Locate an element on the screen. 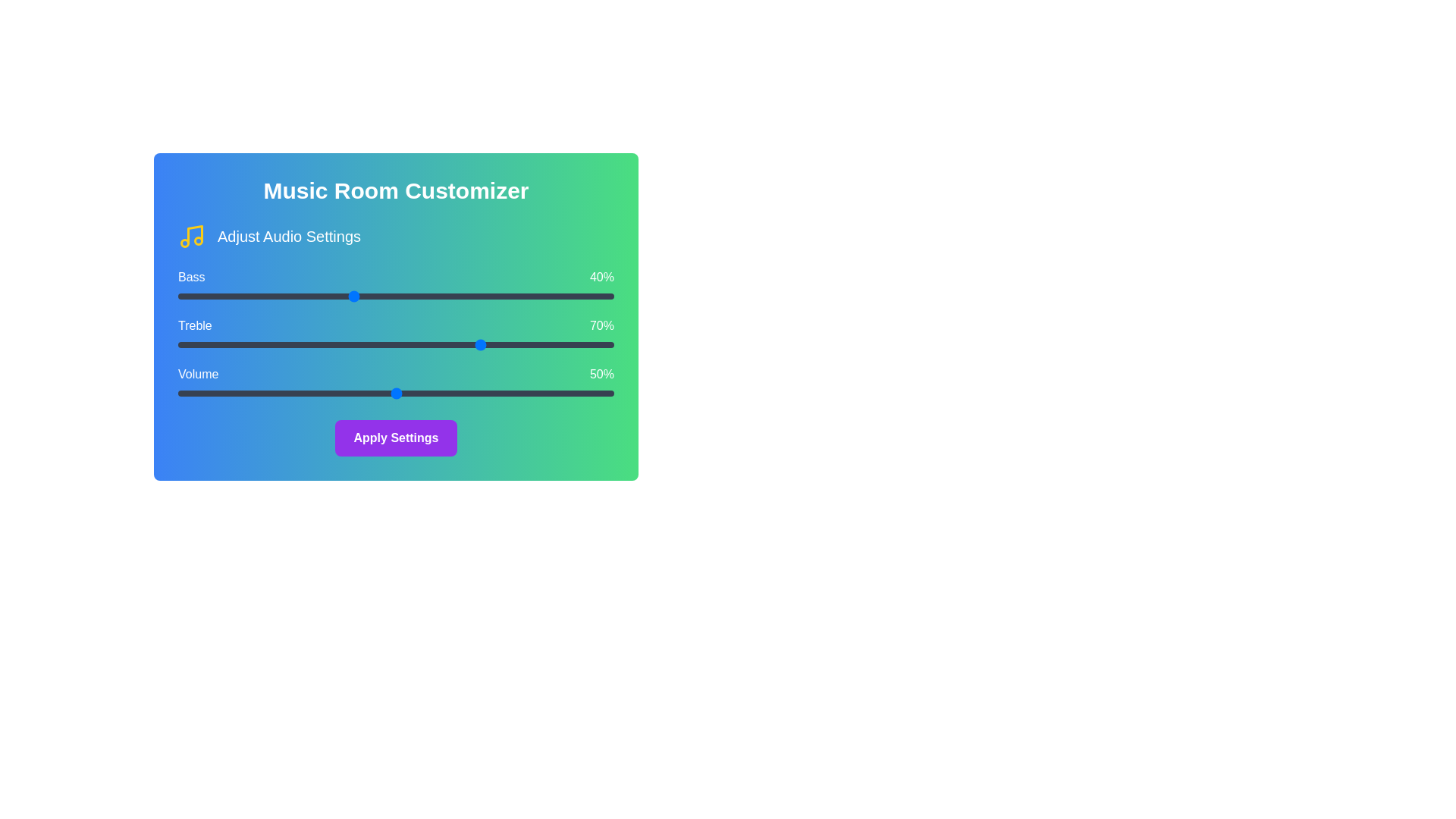 Image resolution: width=1456 pixels, height=819 pixels. 'Apply Settings' button to confirm changes is located at coordinates (396, 438).